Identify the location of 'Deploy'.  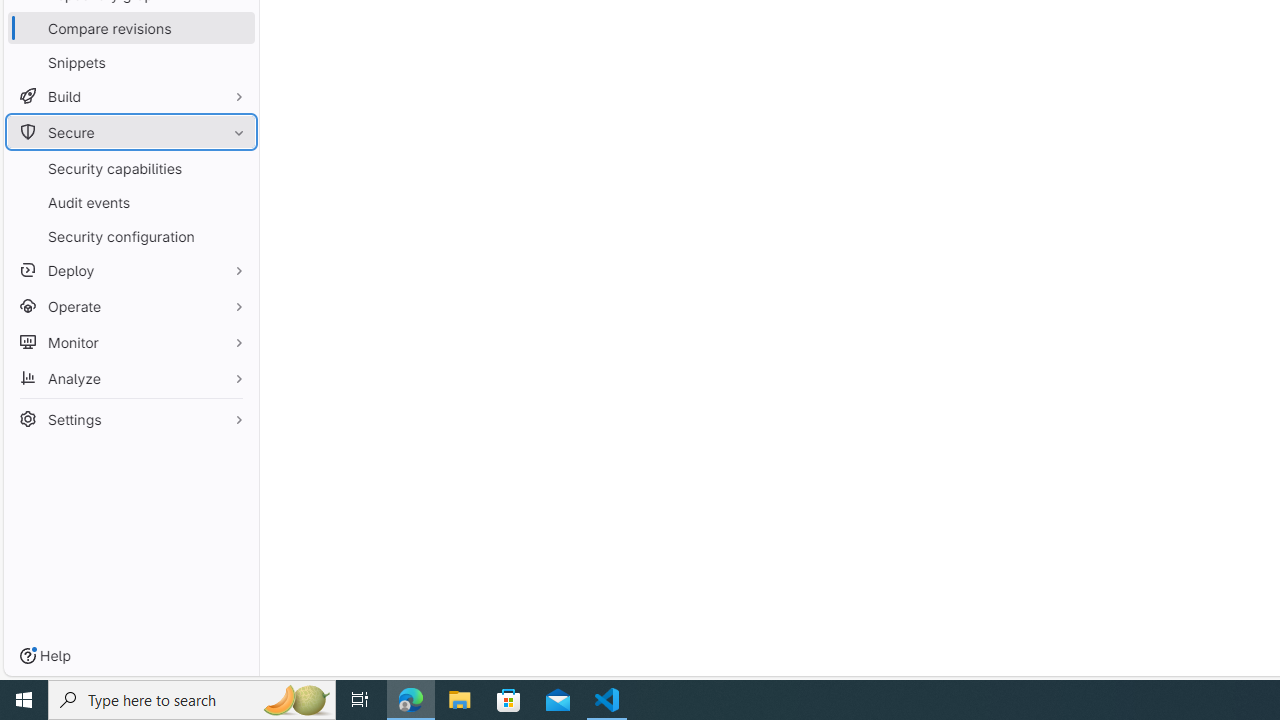
(130, 270).